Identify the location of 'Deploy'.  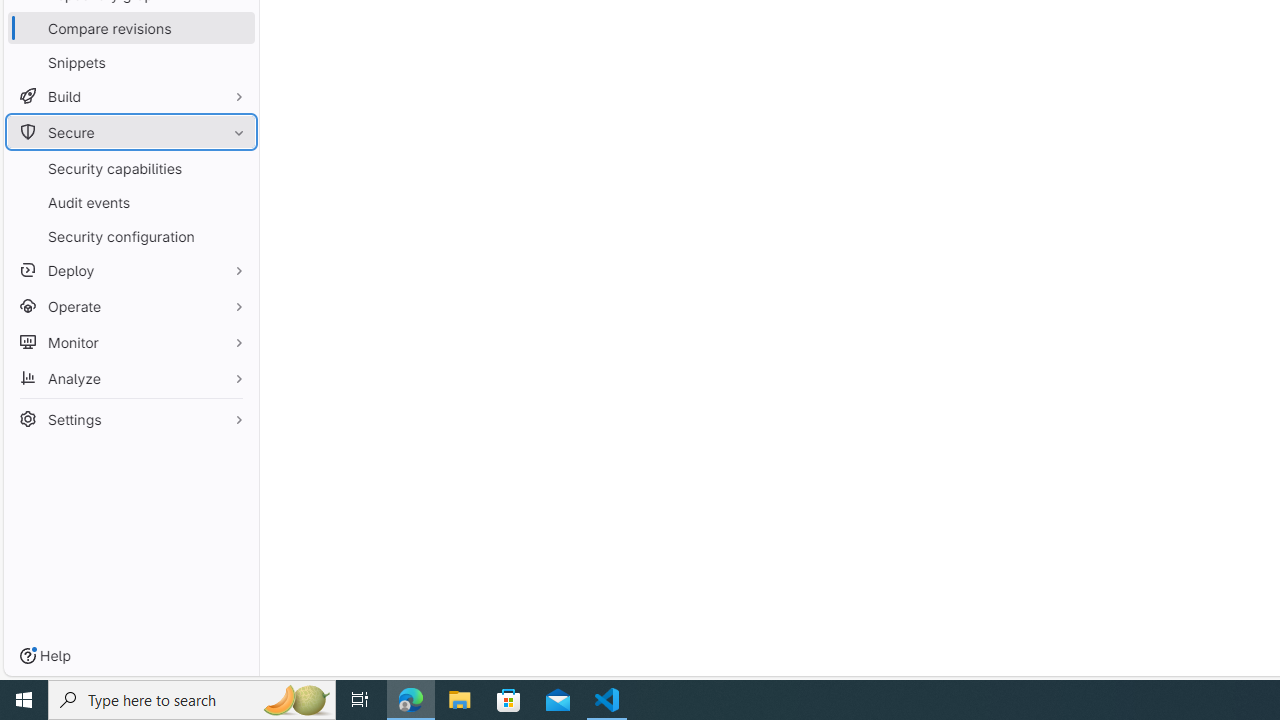
(130, 270).